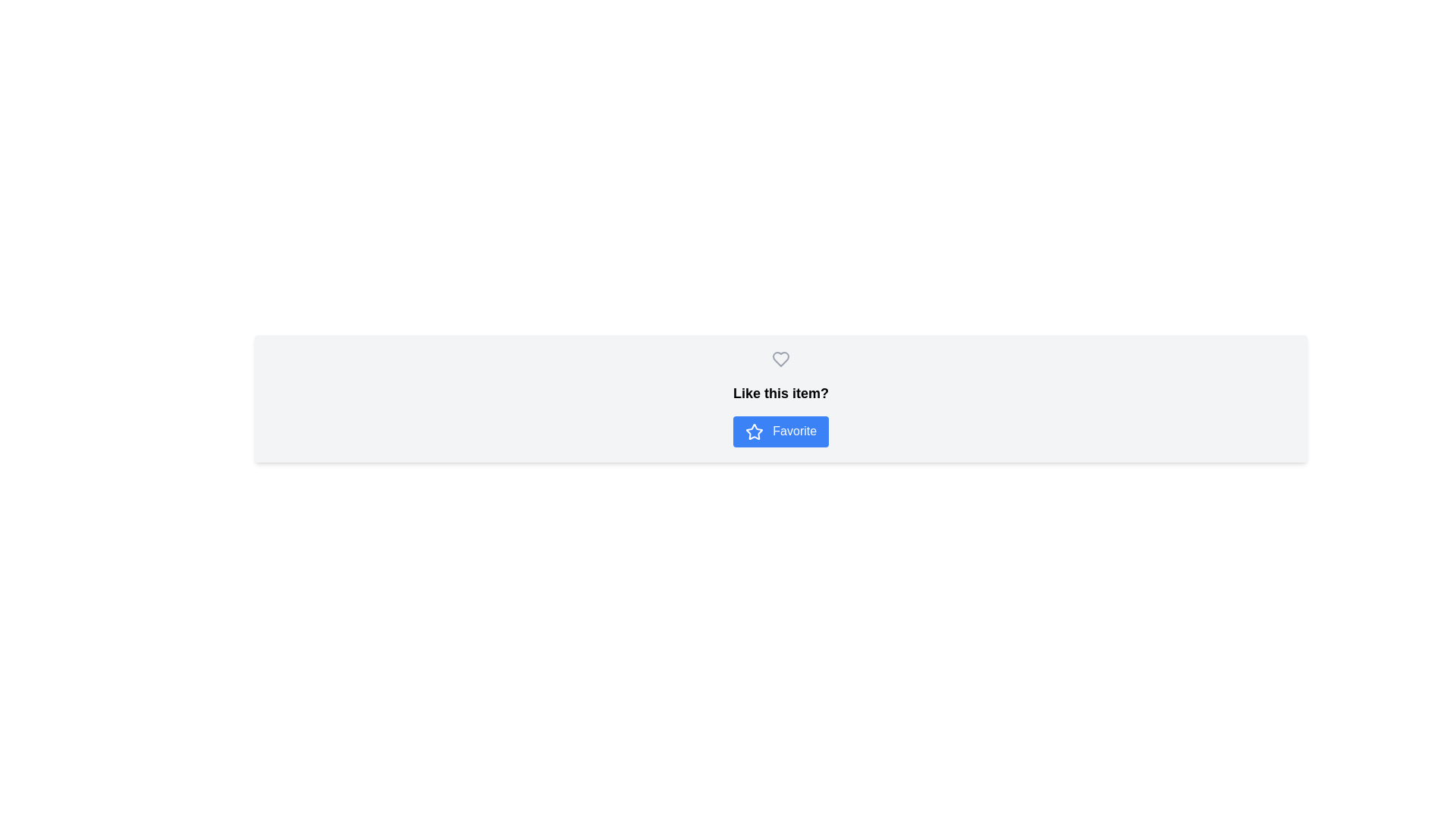 Image resolution: width=1456 pixels, height=819 pixels. What do you see at coordinates (781, 359) in the screenshot?
I see `the 'favorite' or 'like' icon, which is visually represented as a heart and centrally positioned above a text label and a button` at bounding box center [781, 359].